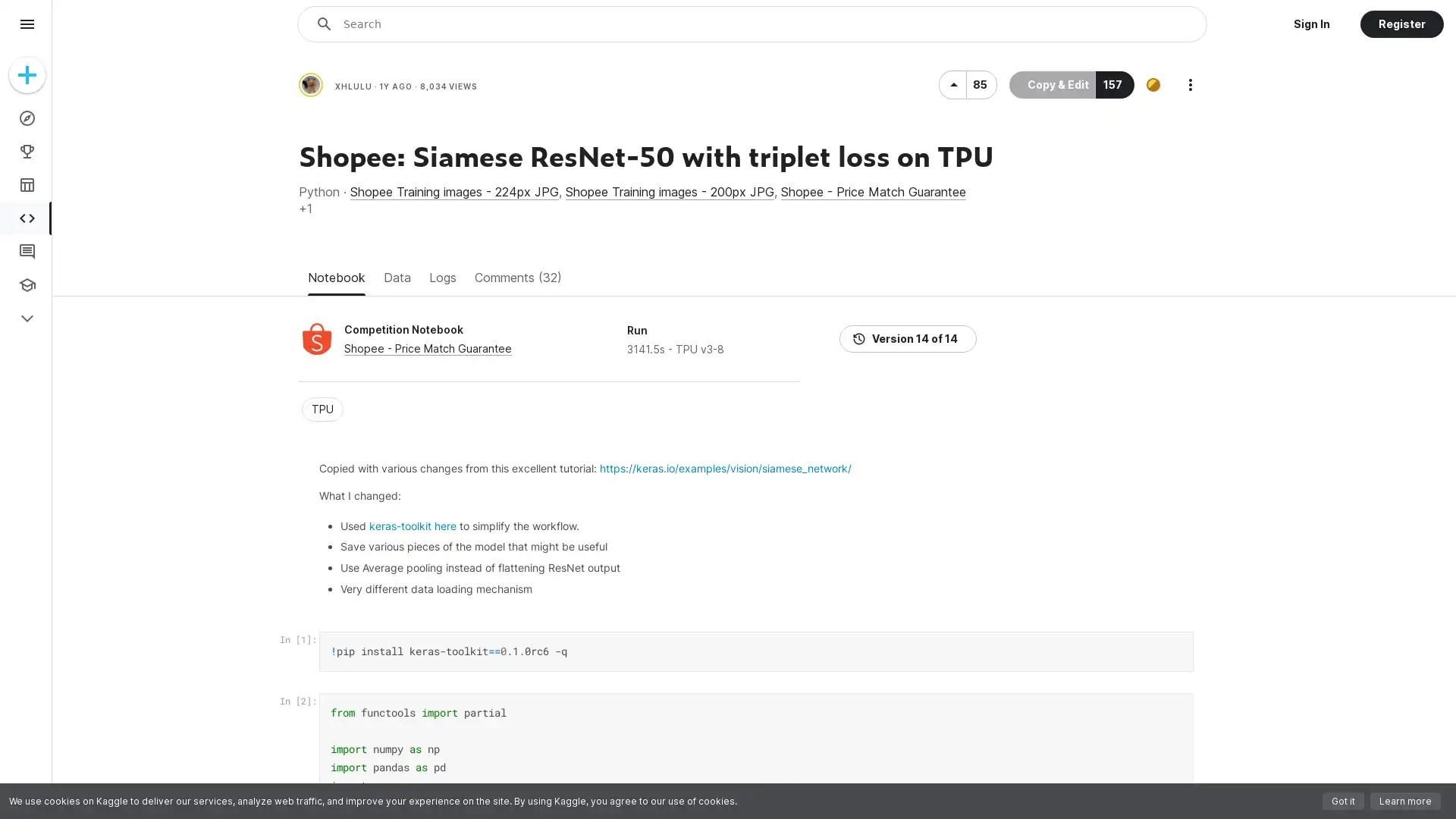 Image resolution: width=1456 pixels, height=819 pixels. What do you see at coordinates (1140, 326) in the screenshot?
I see `history Version 14 of 14` at bounding box center [1140, 326].